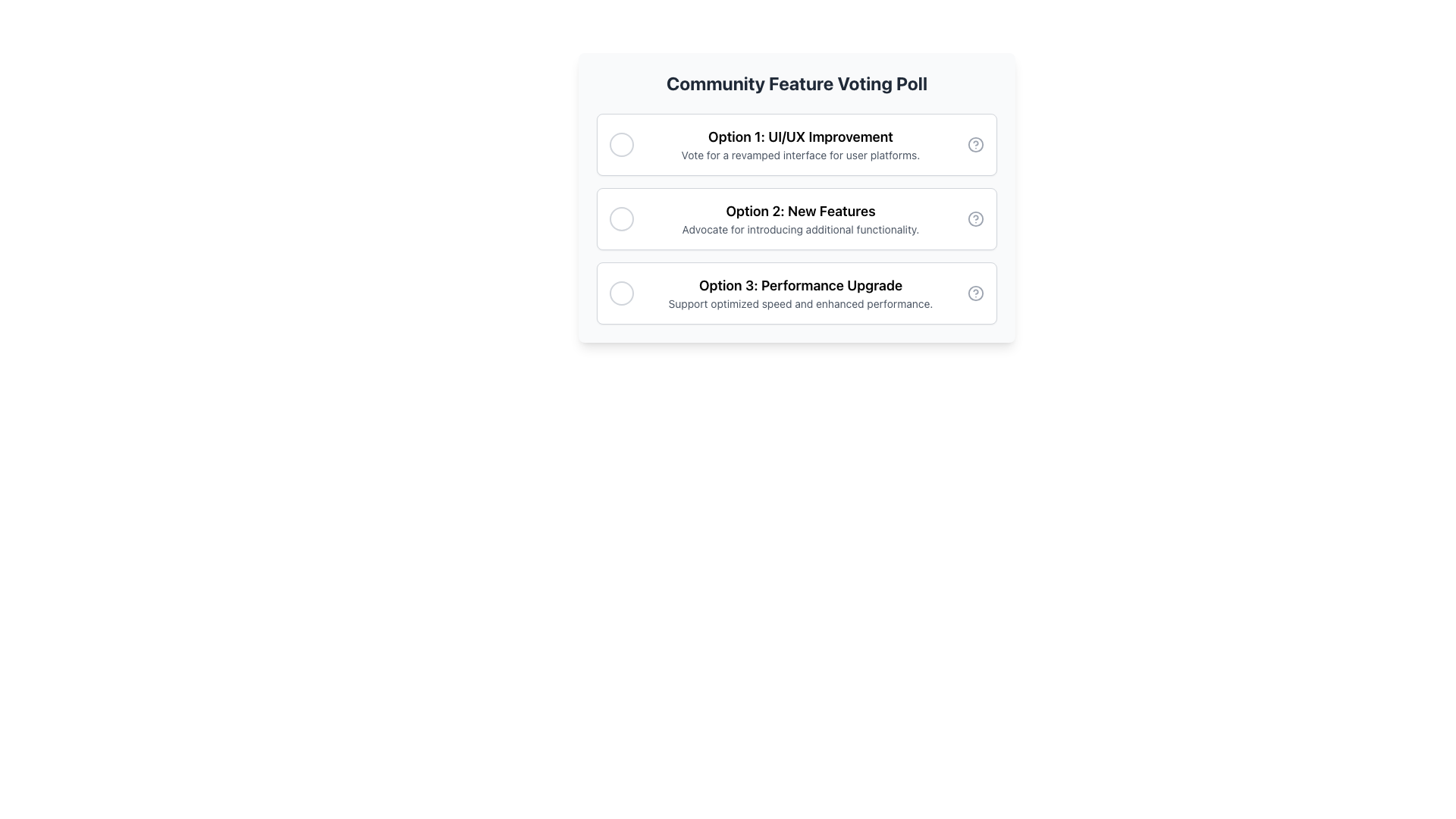  I want to click on the SVG Circle Shape located in the bottom-right corner of the third voting option 'Option 3: Performance Upgrade', so click(975, 293).